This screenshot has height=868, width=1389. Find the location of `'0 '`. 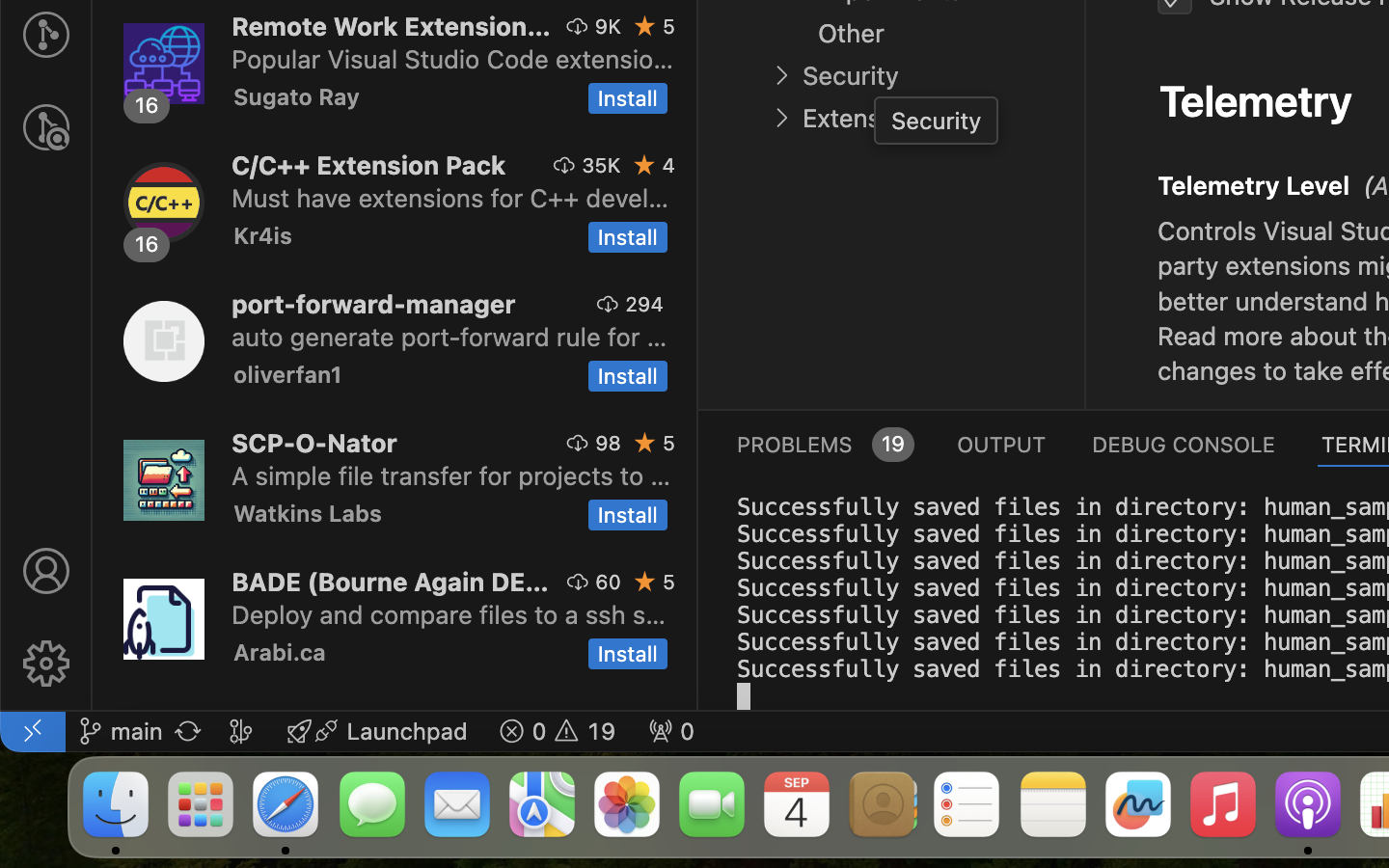

'0 ' is located at coordinates (44, 127).